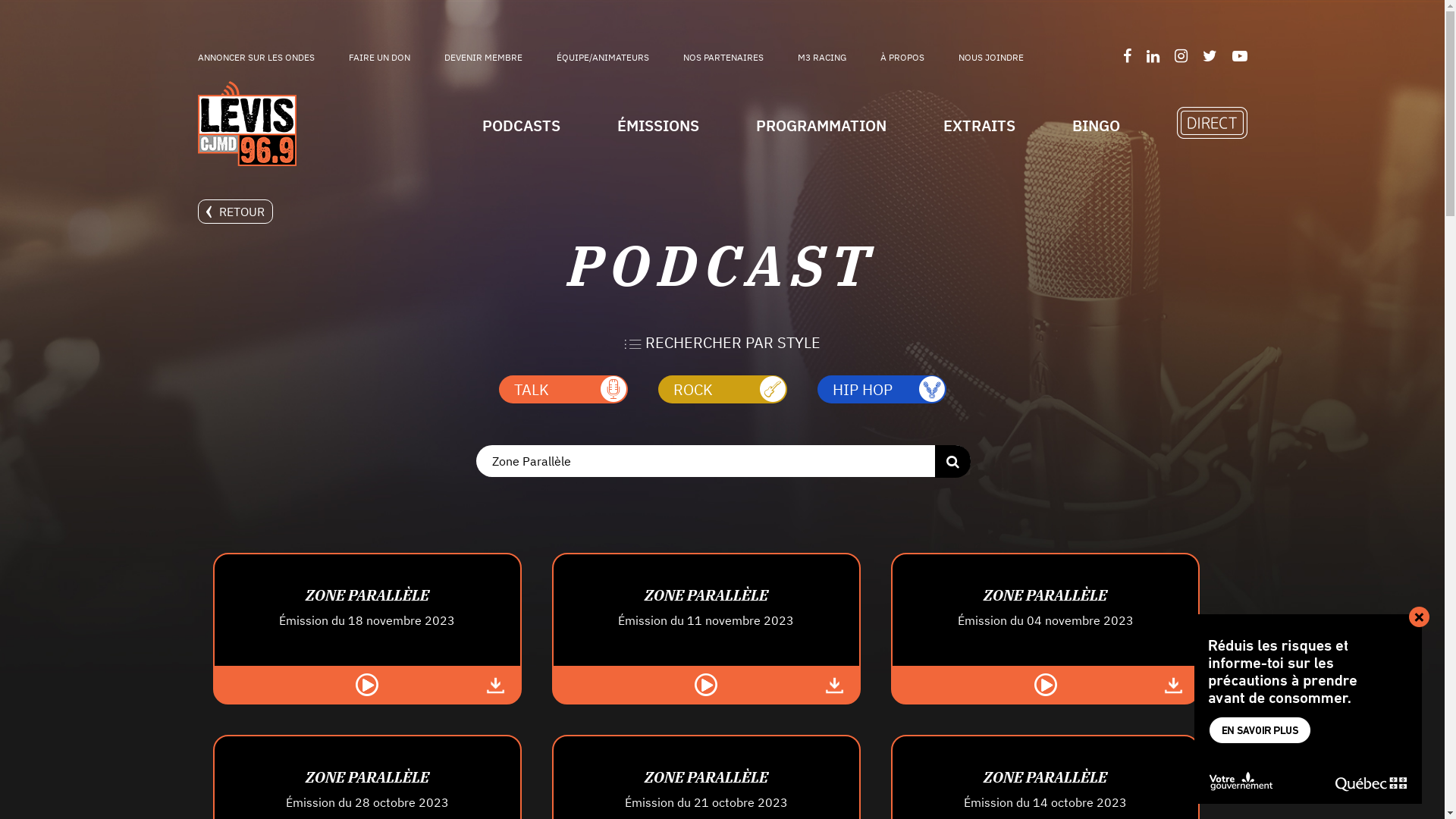 The image size is (1456, 819). Describe the element at coordinates (1072, 124) in the screenshot. I see `'BINGO'` at that location.